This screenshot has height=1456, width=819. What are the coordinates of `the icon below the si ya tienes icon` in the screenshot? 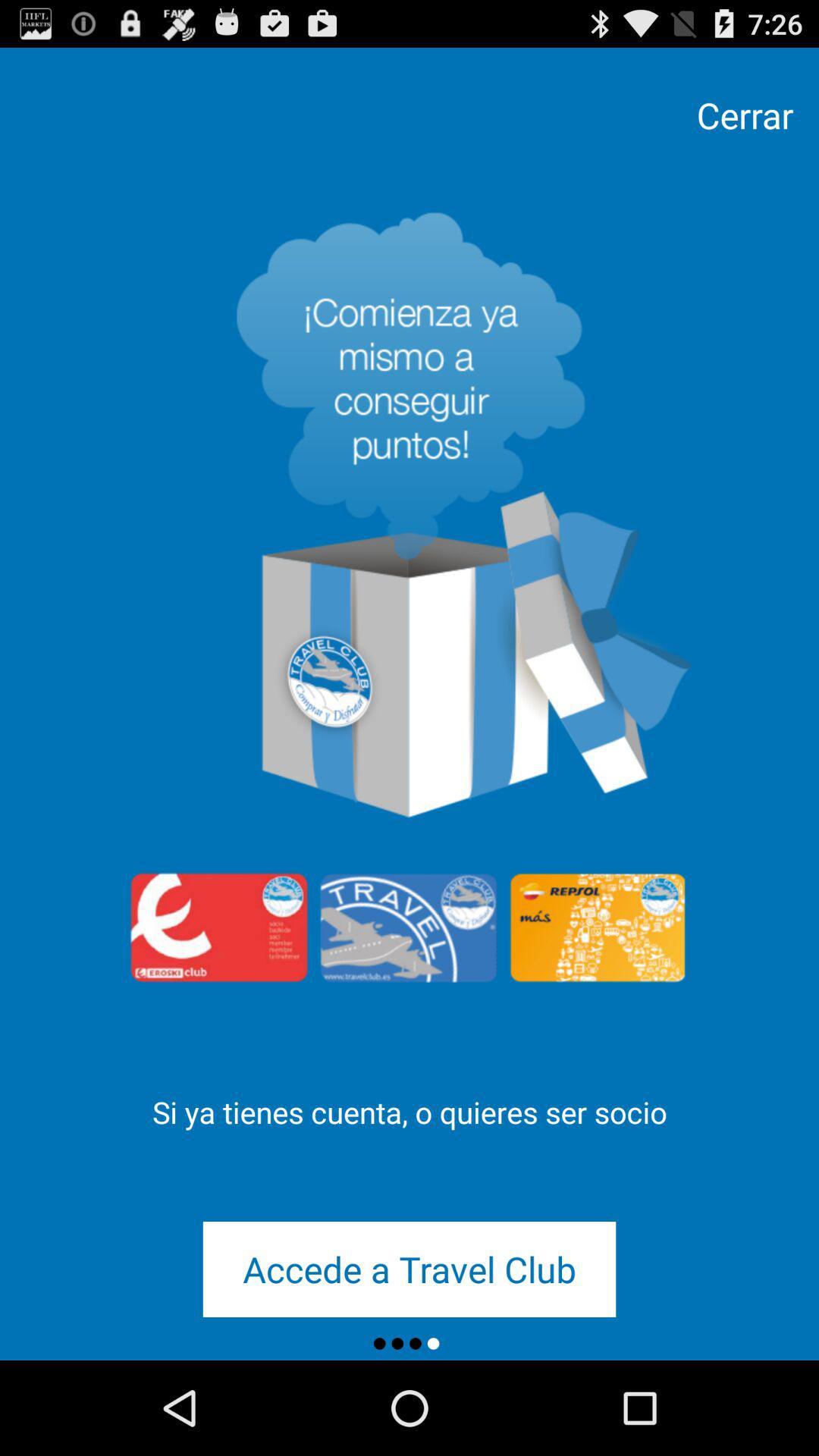 It's located at (409, 1269).